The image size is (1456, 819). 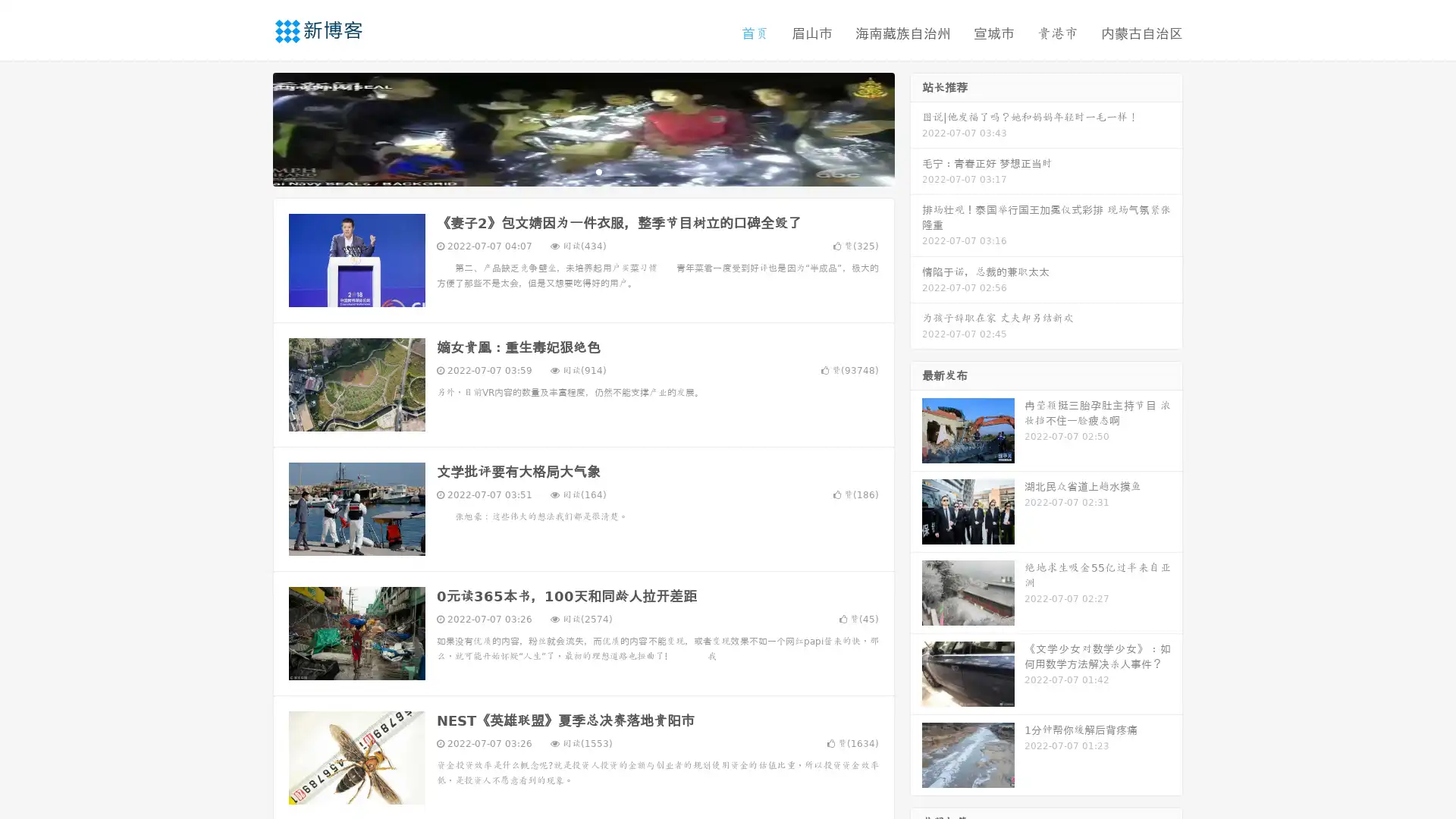 What do you see at coordinates (598, 171) in the screenshot?
I see `Go to slide 3` at bounding box center [598, 171].